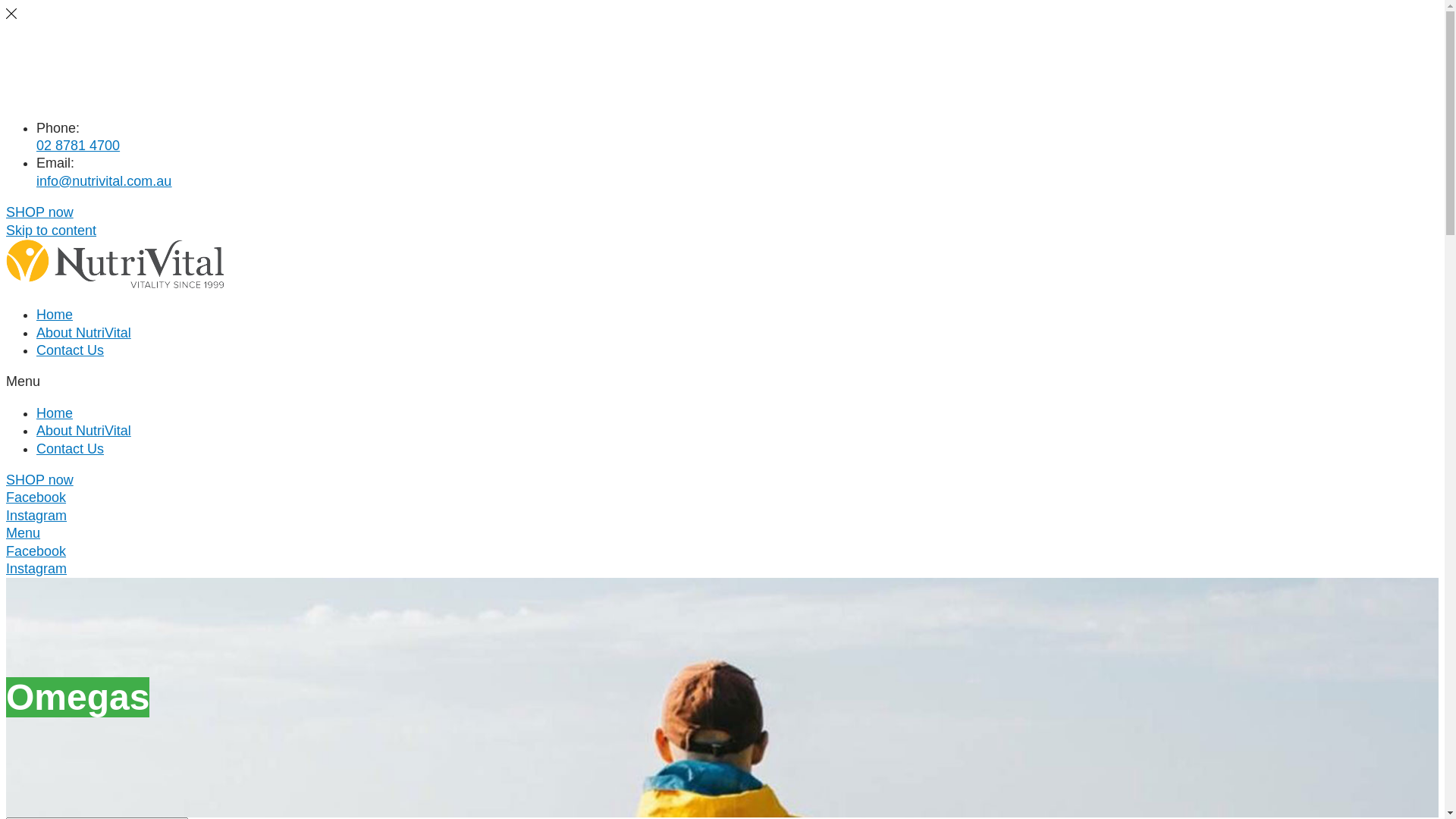 This screenshot has width=1456, height=819. I want to click on 'Contact Us', so click(69, 447).